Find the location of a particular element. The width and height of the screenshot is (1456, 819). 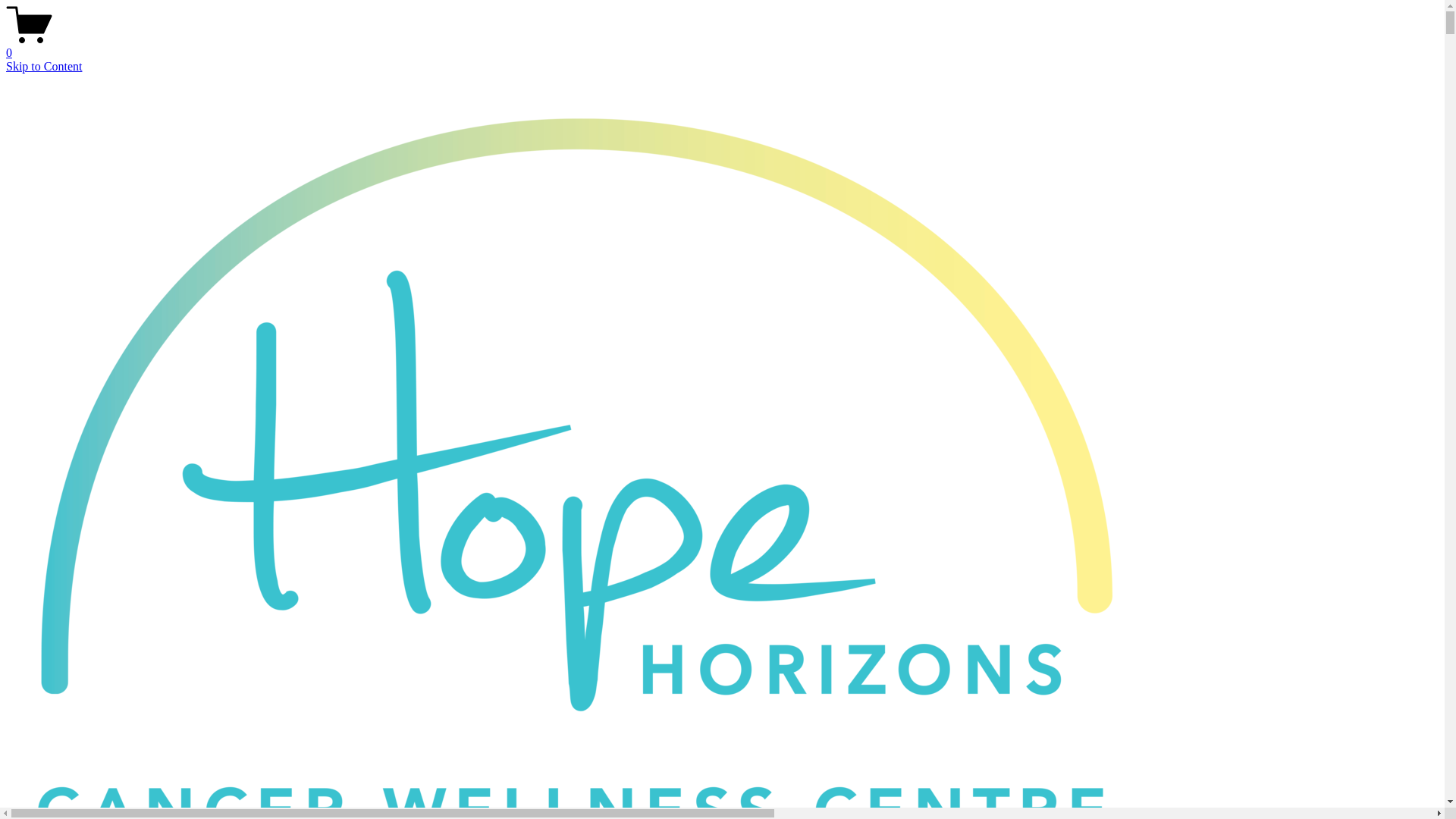

'Skip to Content' is located at coordinates (6, 65).